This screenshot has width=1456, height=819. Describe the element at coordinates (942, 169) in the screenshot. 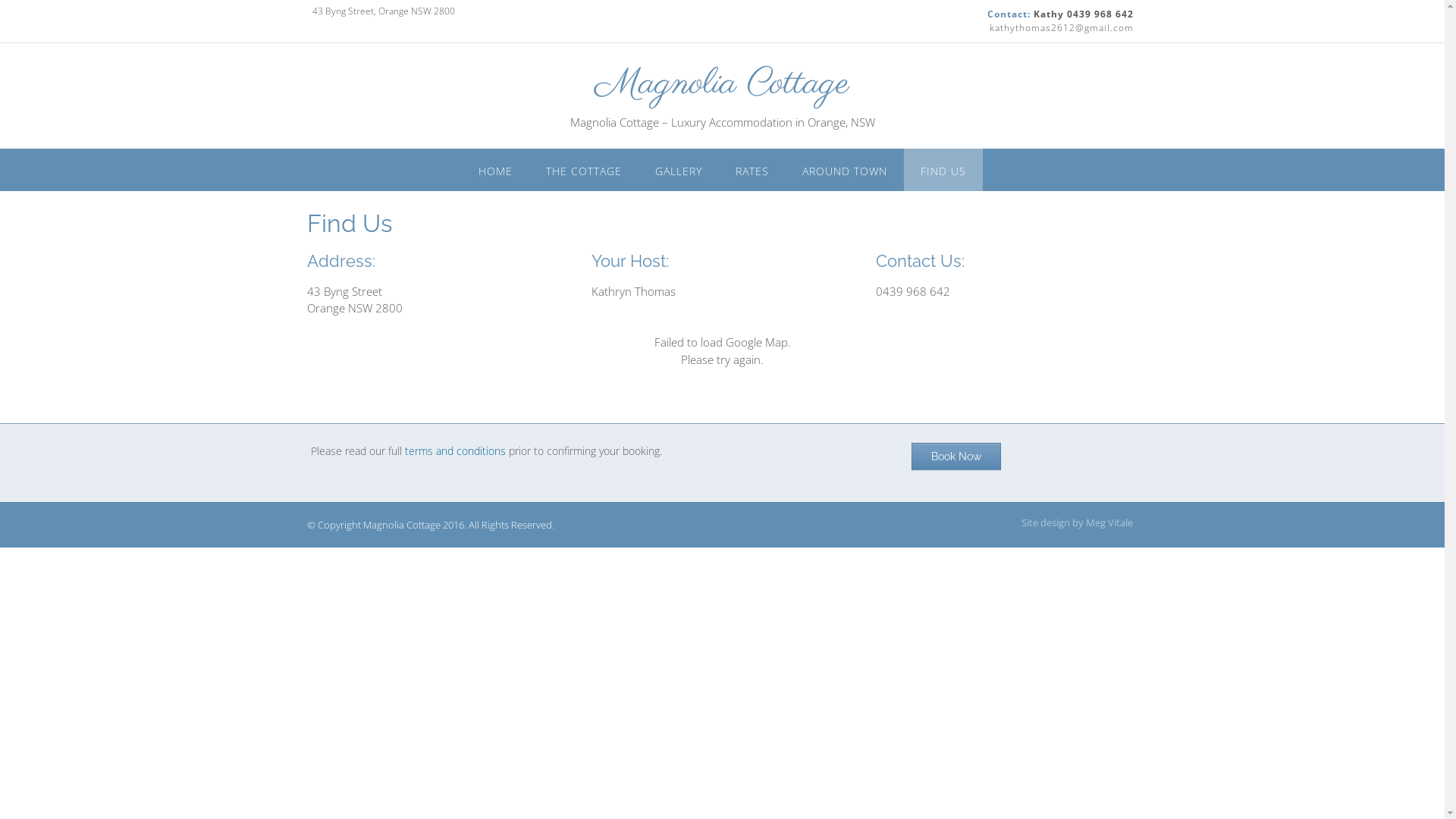

I see `'FIND US'` at that location.